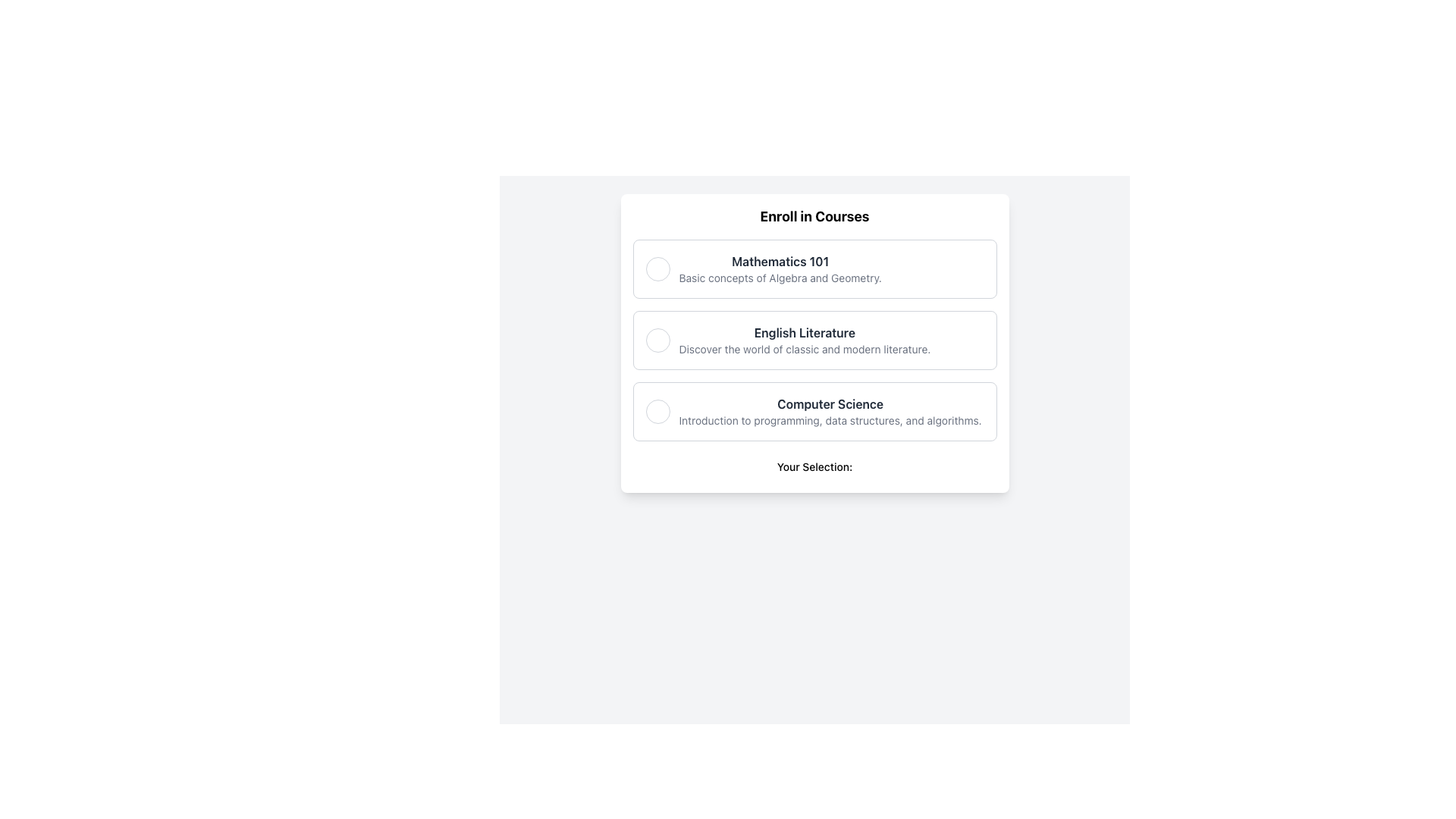 The image size is (1456, 819). I want to click on the selectable list item displaying 'English Literature', so click(804, 339).